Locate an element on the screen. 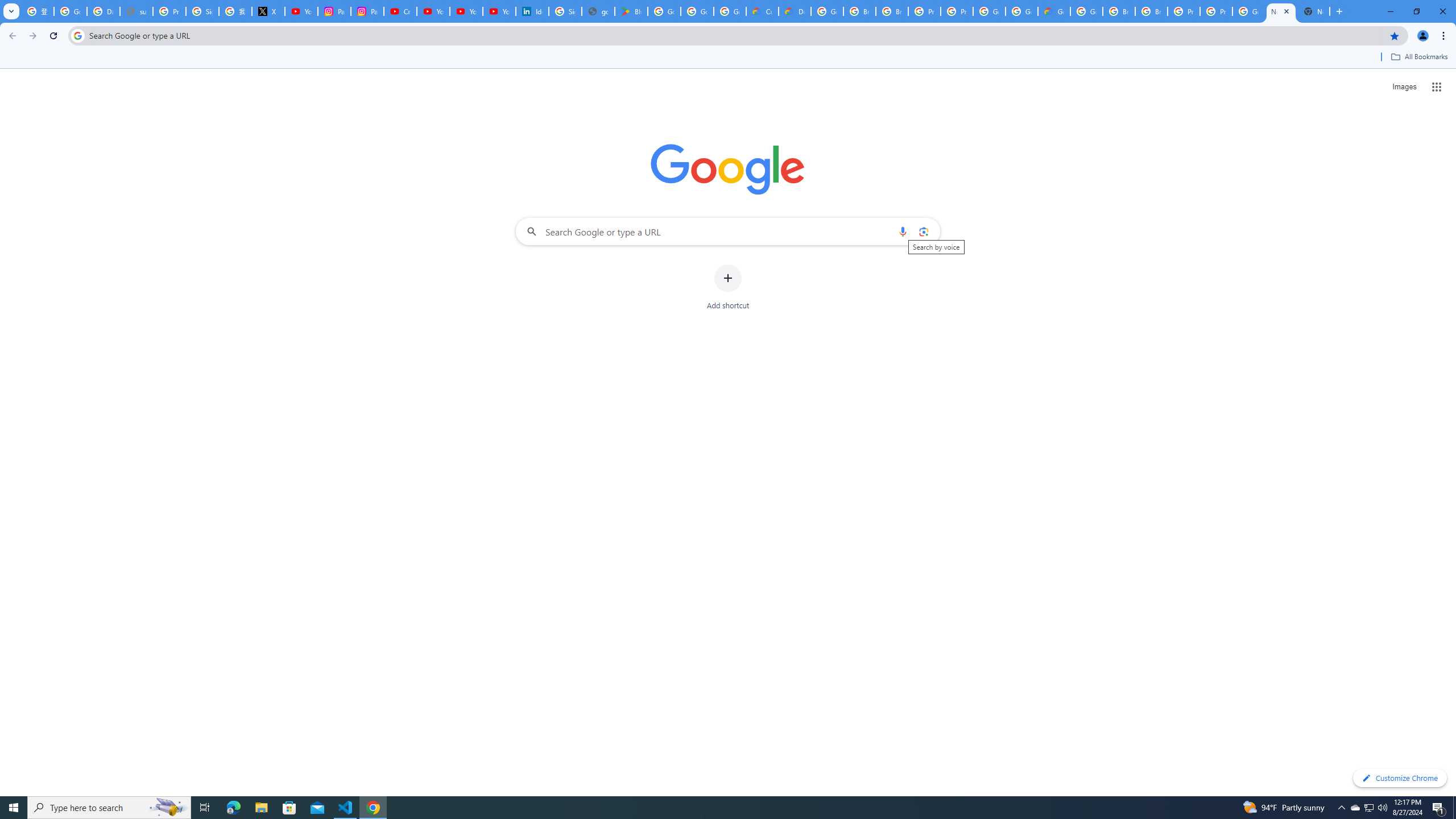 The image size is (1456, 819). 'Search Google or type a URL' is located at coordinates (728, 230).